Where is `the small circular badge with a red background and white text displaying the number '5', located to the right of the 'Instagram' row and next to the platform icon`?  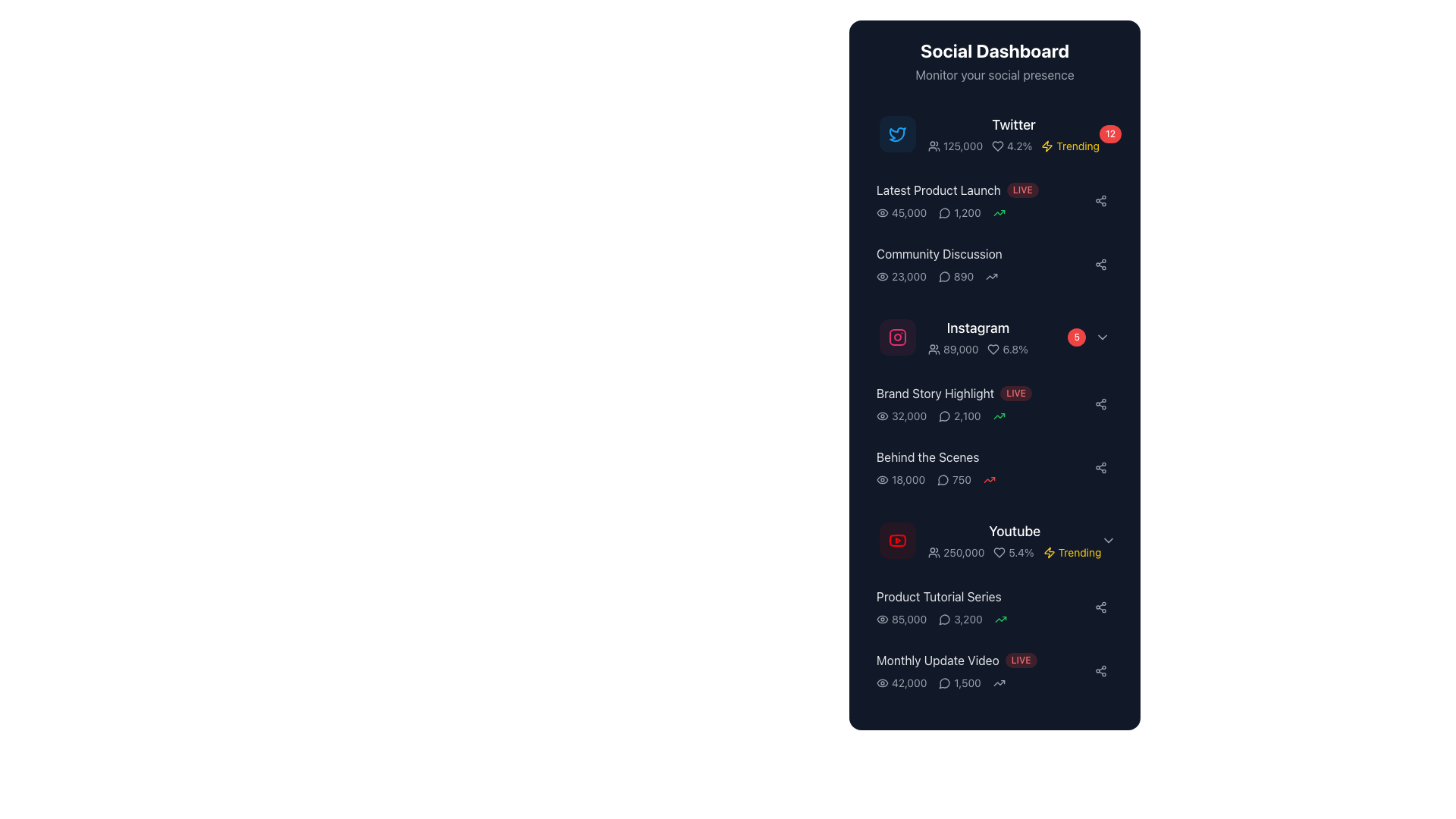 the small circular badge with a red background and white text displaying the number '5', located to the right of the 'Instagram' row and next to the platform icon is located at coordinates (1076, 336).